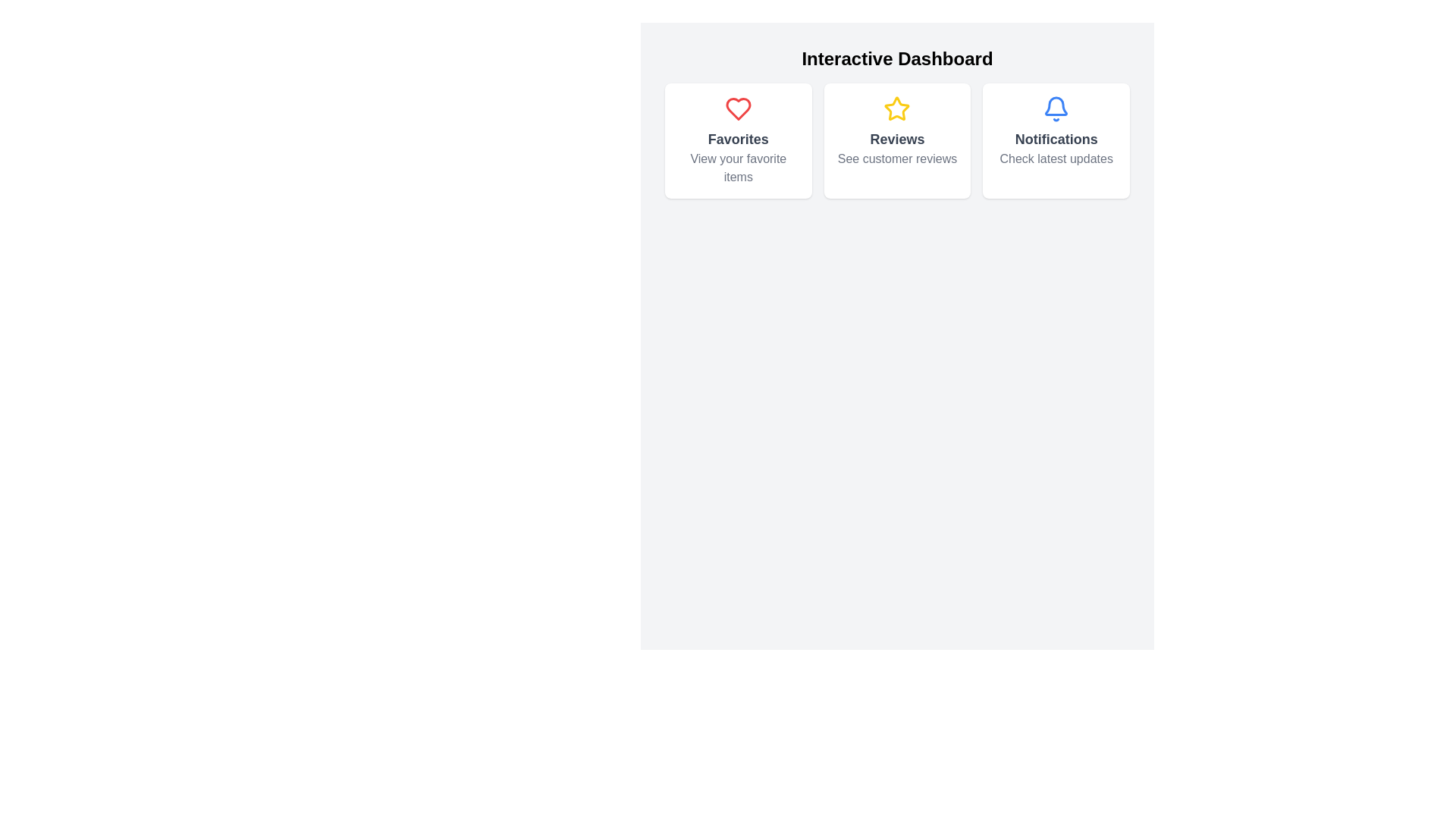  I want to click on the text label providing additional information about the 'Reviews' card, which is located directly below the bold 'Reviews' label in the 'Interactive Dashboard', so click(897, 158).